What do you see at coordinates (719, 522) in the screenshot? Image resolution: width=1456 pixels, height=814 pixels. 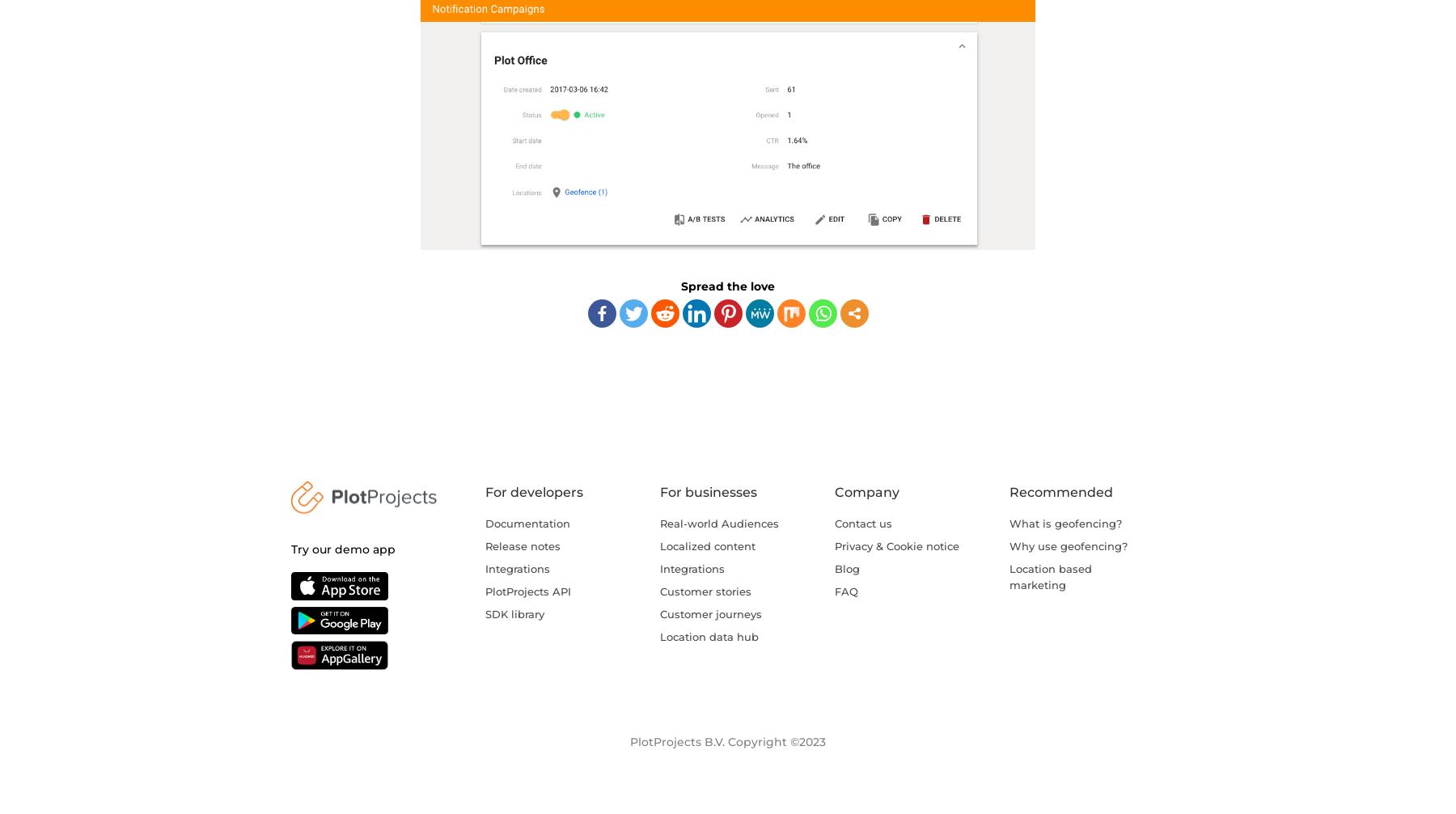 I see `'Real-world Audiences'` at bounding box center [719, 522].